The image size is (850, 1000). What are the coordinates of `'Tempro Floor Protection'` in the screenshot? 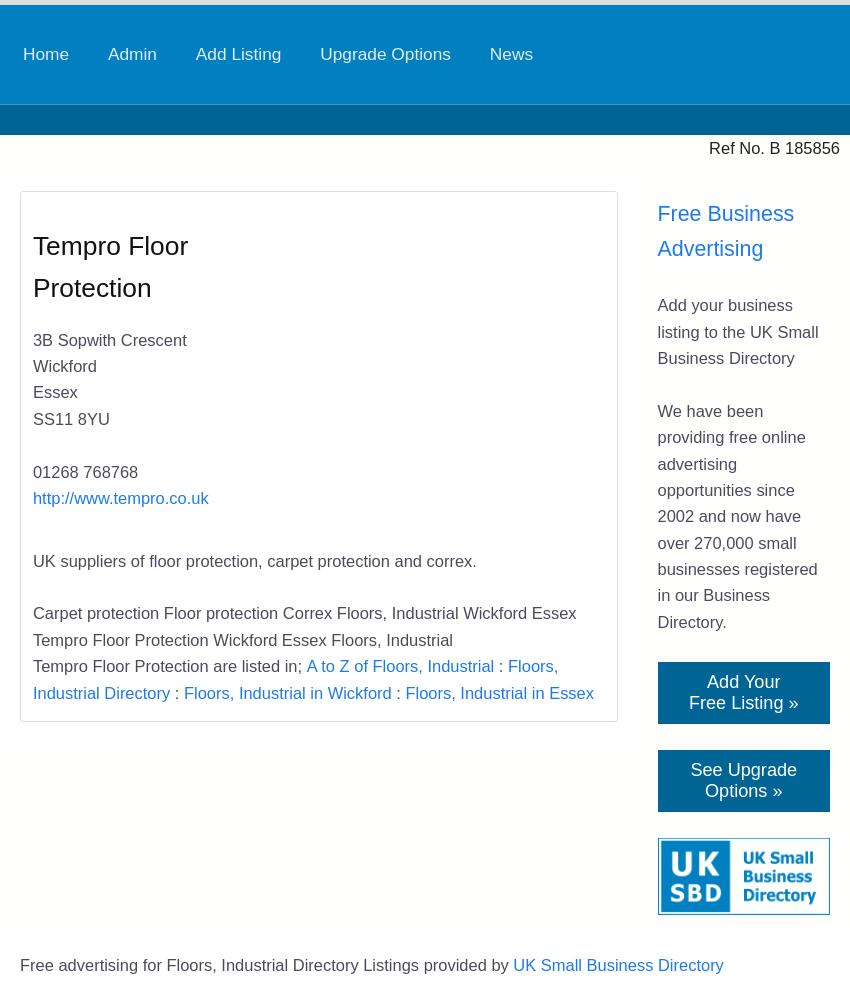 It's located at (108, 266).